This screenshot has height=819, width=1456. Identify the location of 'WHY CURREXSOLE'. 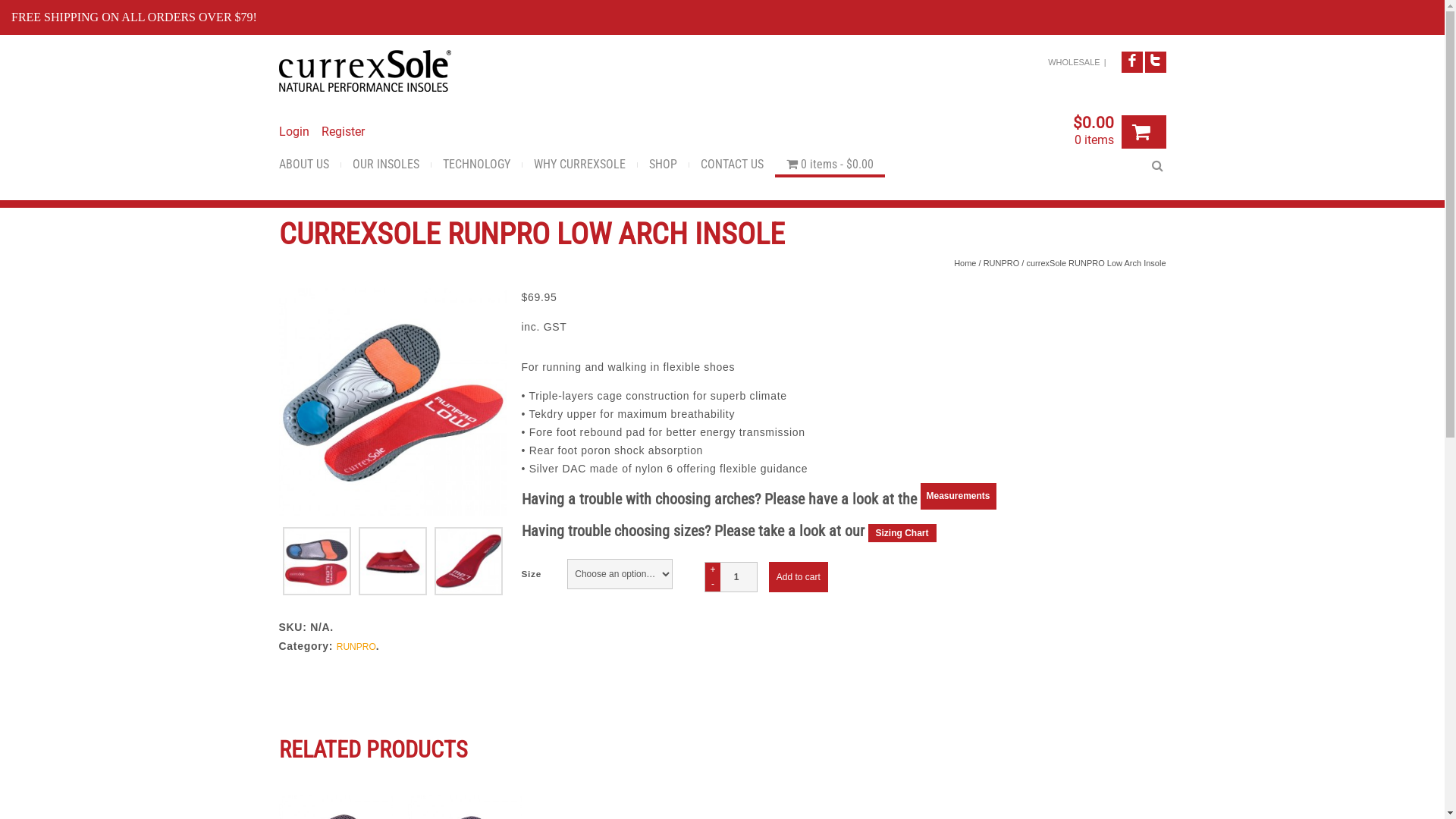
(521, 166).